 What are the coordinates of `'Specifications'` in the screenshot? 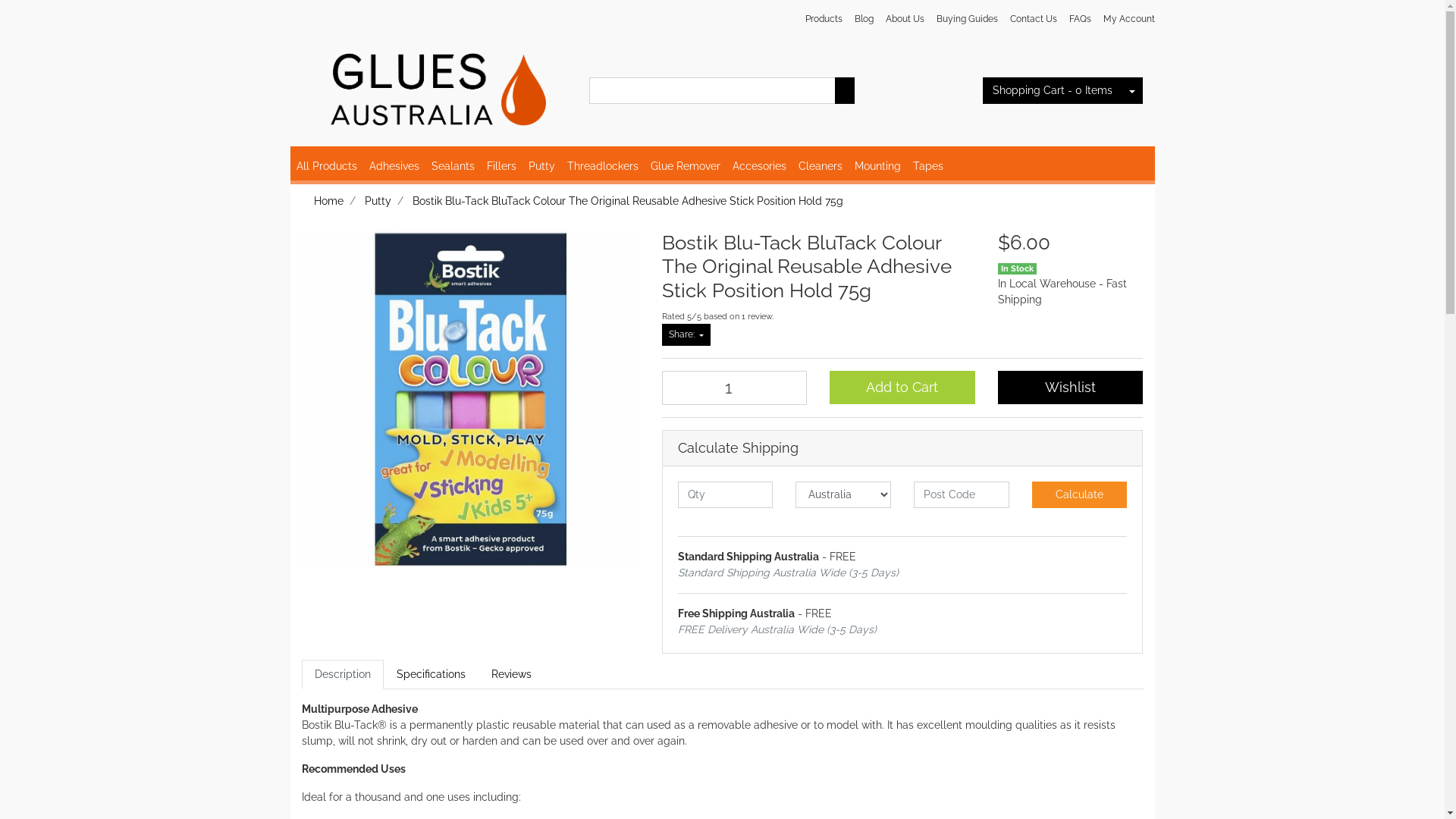 It's located at (430, 673).